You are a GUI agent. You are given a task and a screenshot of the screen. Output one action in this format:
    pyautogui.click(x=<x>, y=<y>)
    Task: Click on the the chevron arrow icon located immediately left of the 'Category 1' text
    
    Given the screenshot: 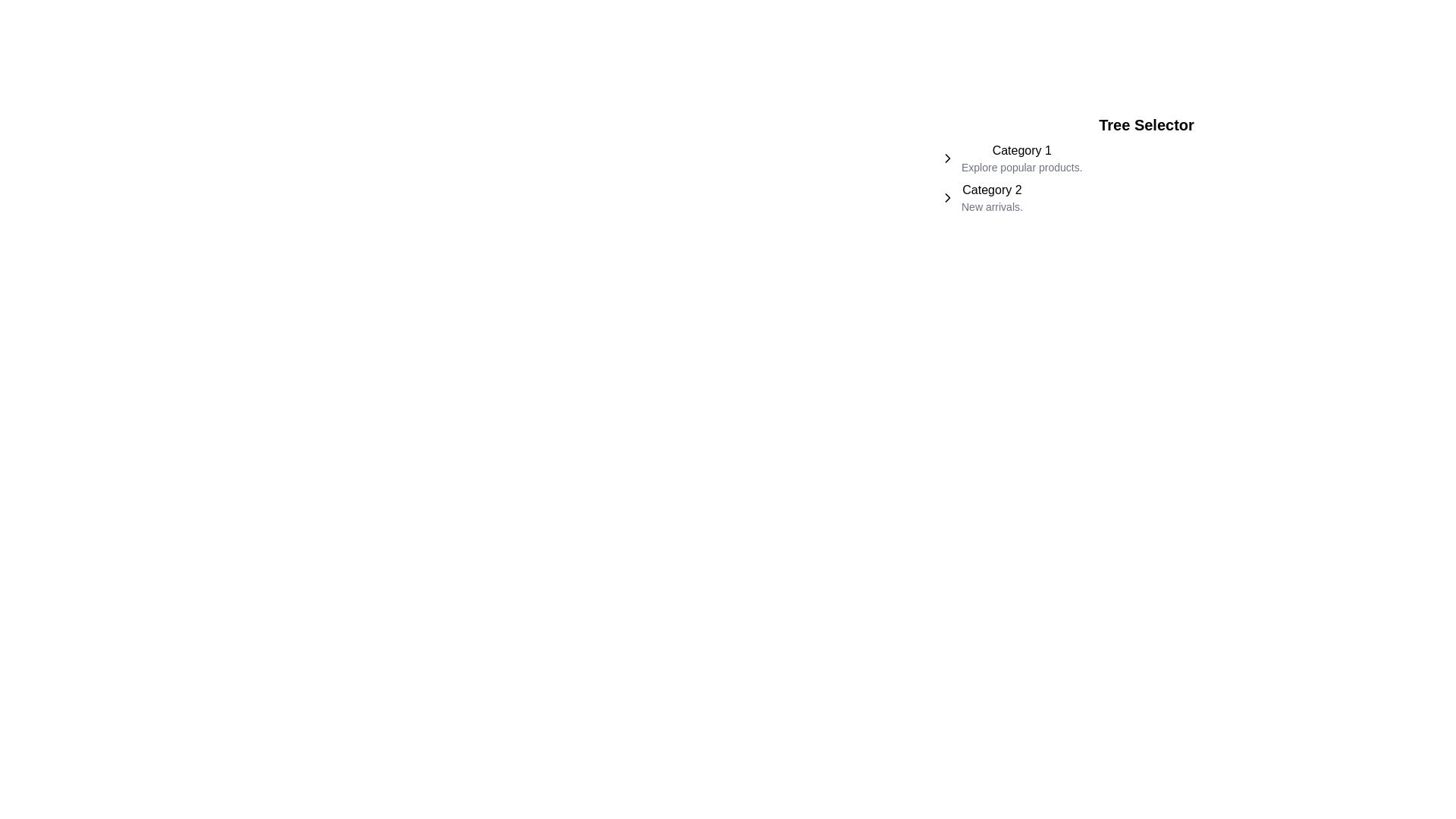 What is the action you would take?
    pyautogui.click(x=946, y=158)
    